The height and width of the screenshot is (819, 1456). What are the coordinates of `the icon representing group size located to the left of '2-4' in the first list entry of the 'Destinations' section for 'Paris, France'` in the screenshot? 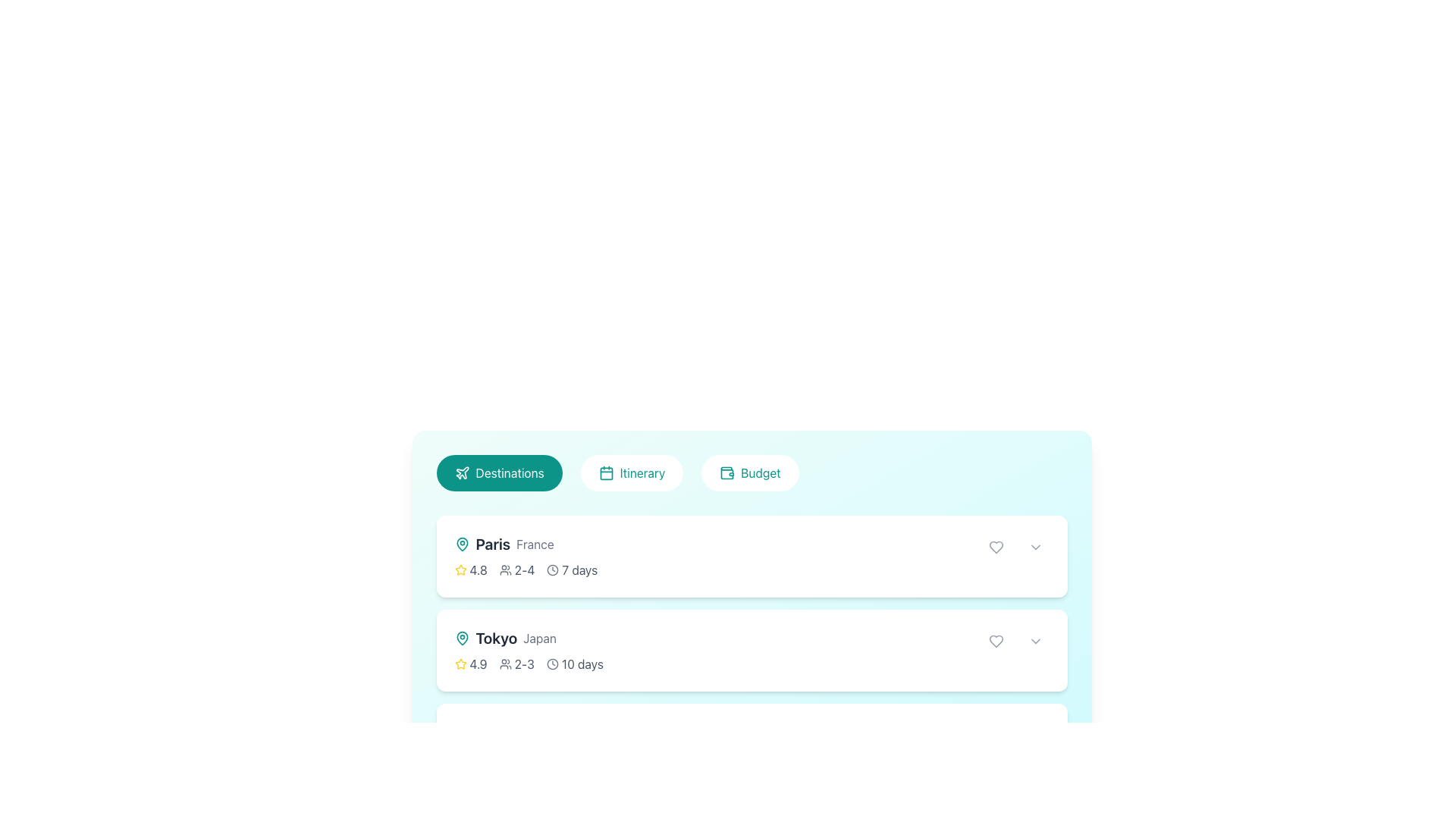 It's located at (505, 570).